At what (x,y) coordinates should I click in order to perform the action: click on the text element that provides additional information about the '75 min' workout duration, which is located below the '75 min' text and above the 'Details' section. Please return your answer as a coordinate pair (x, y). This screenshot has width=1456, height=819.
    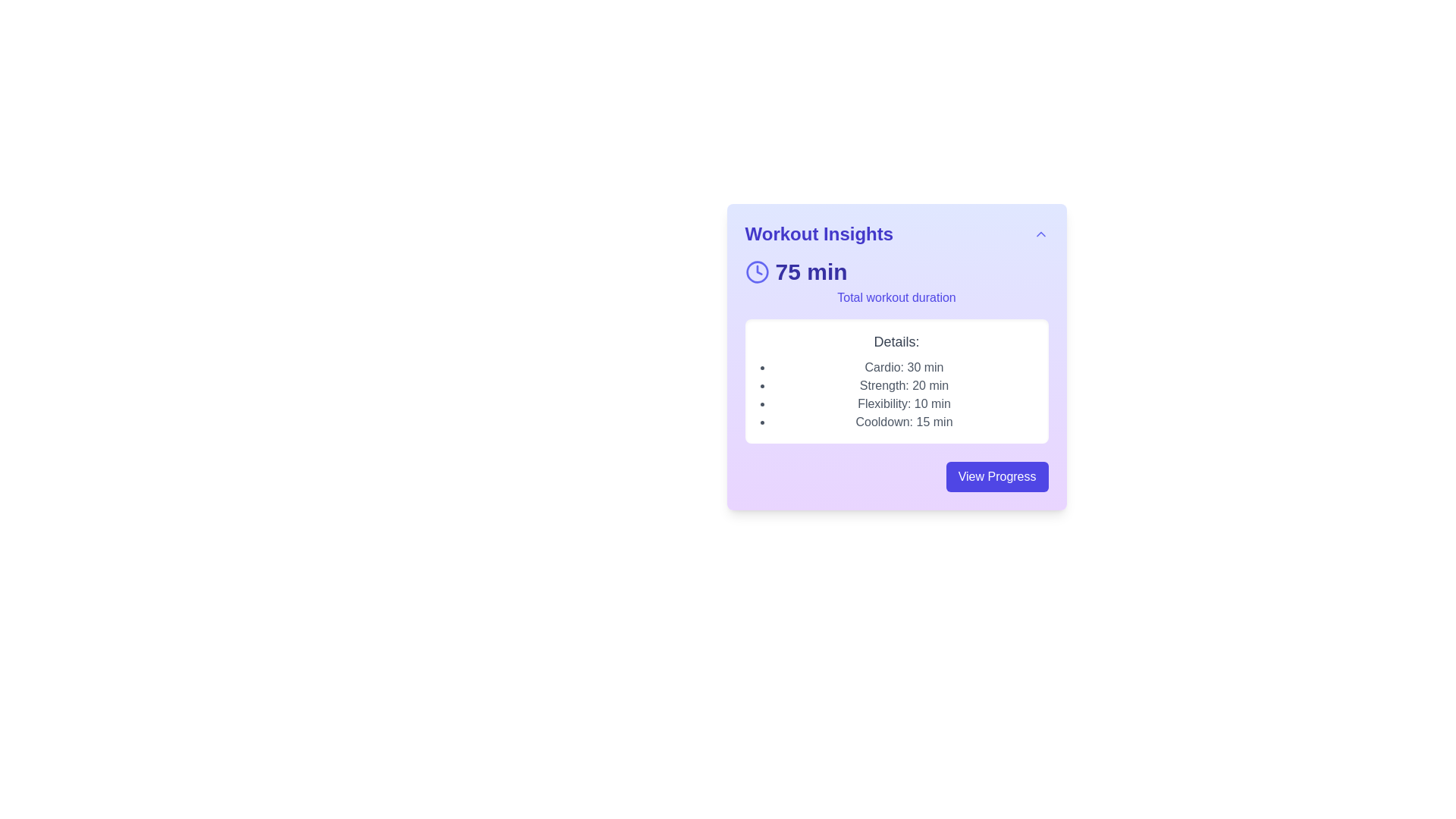
    Looking at the image, I should click on (896, 298).